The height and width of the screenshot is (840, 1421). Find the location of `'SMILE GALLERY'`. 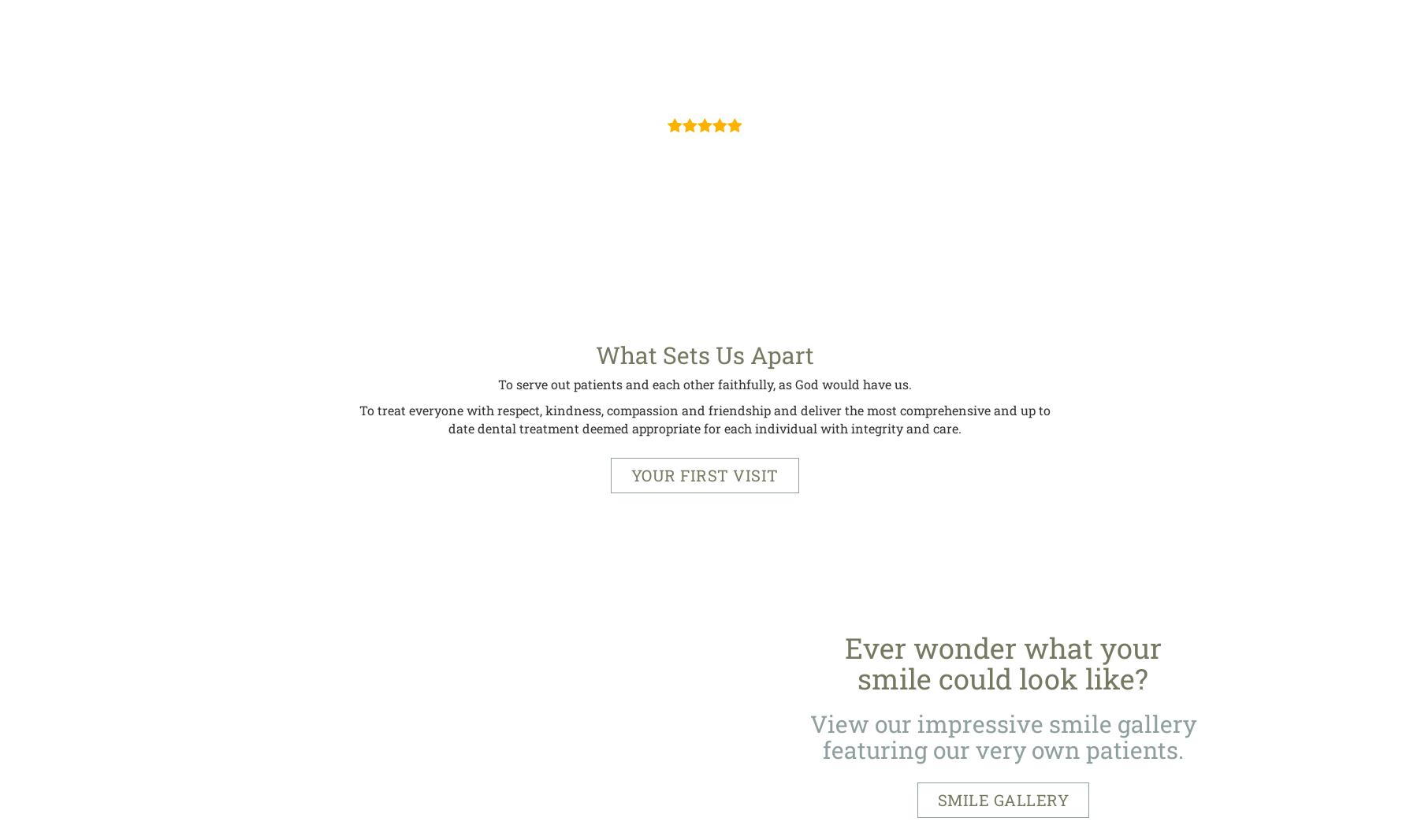

'SMILE GALLERY' is located at coordinates (936, 800).